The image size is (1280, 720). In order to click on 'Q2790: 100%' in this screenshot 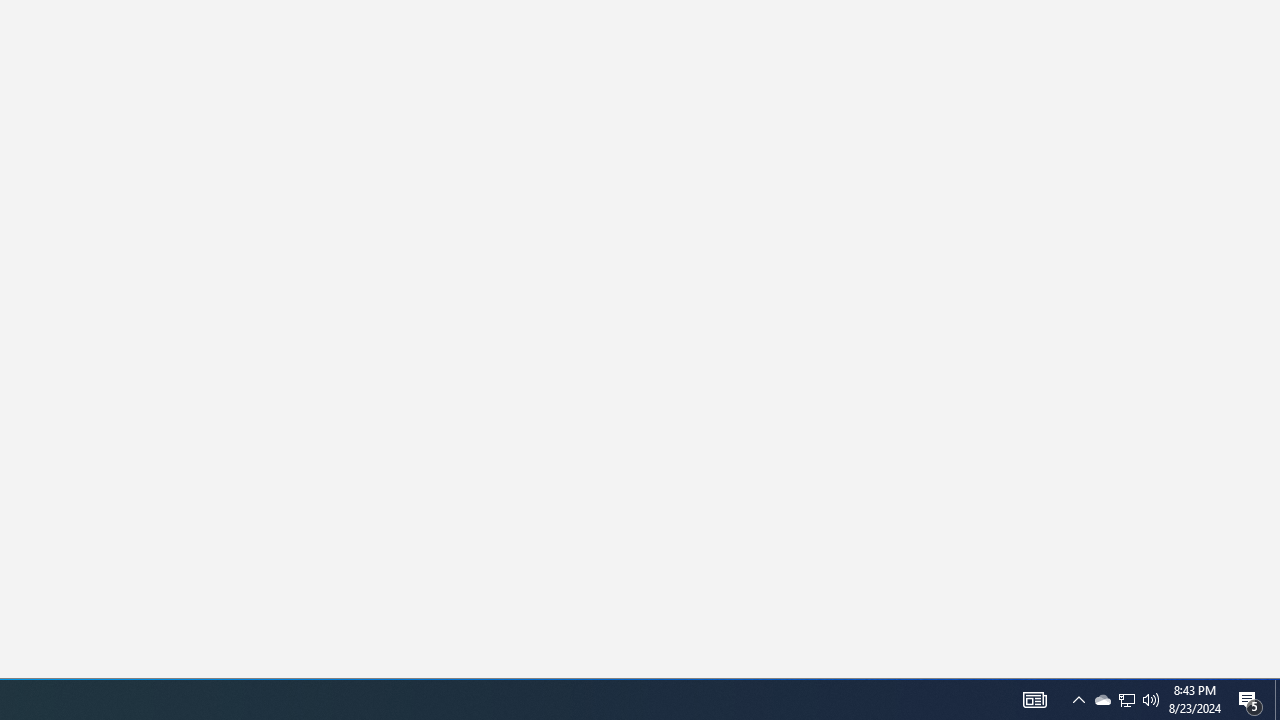, I will do `click(1127, 698)`.